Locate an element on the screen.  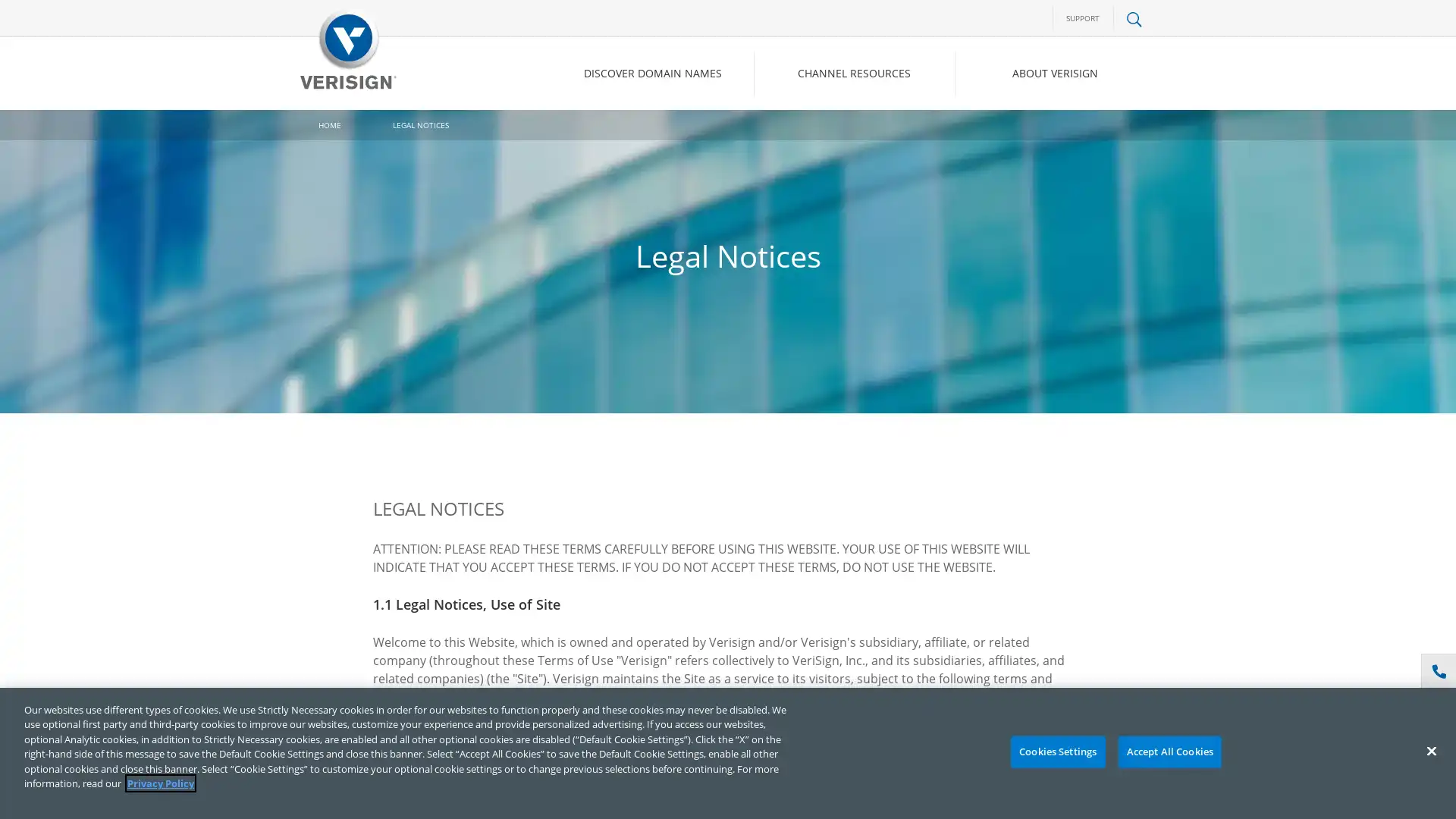
Close is located at coordinates (1430, 751).